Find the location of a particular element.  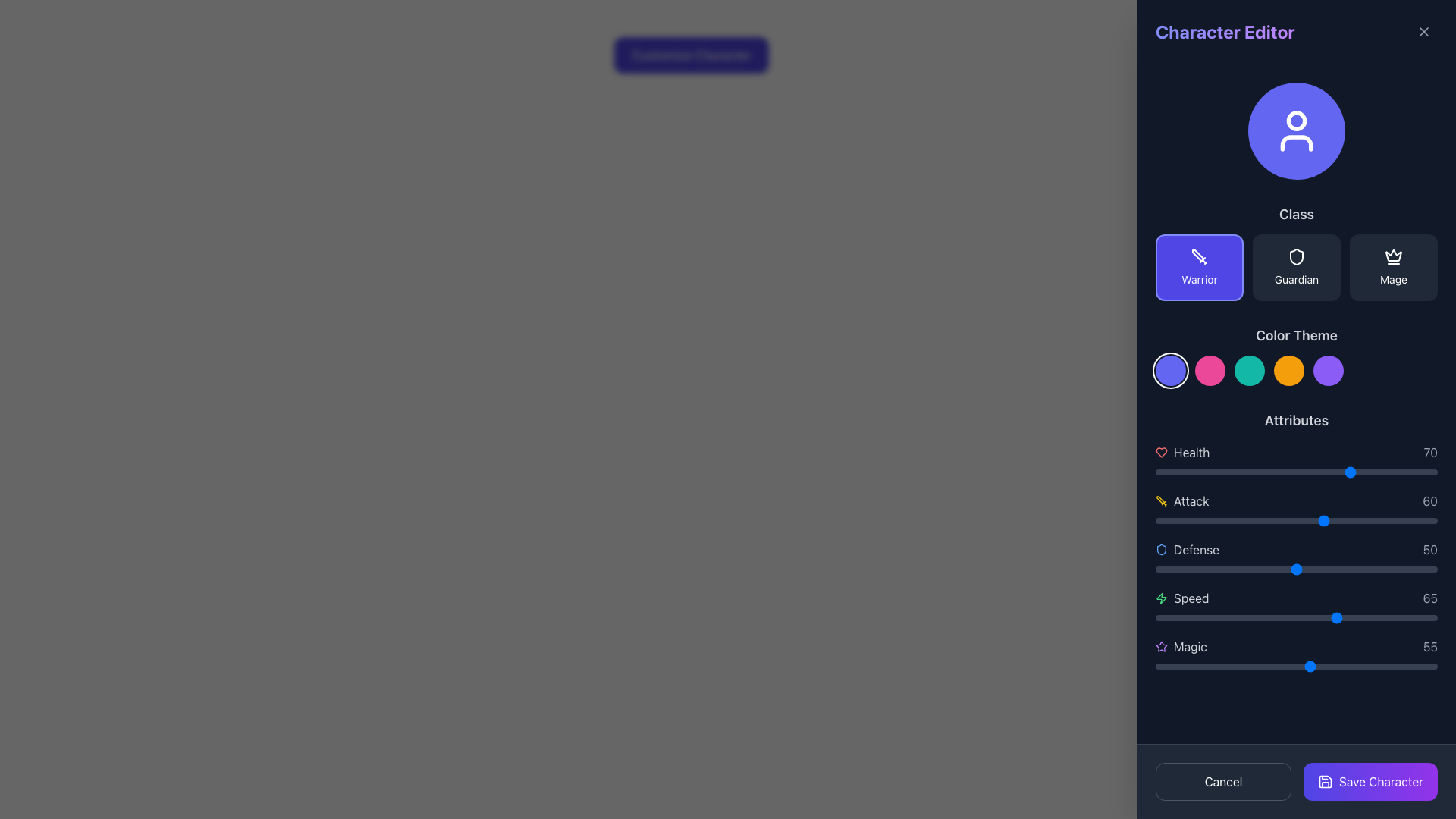

the interactive color selection circle located in the right-side panel under the 'Color Theme' header is located at coordinates (1295, 371).